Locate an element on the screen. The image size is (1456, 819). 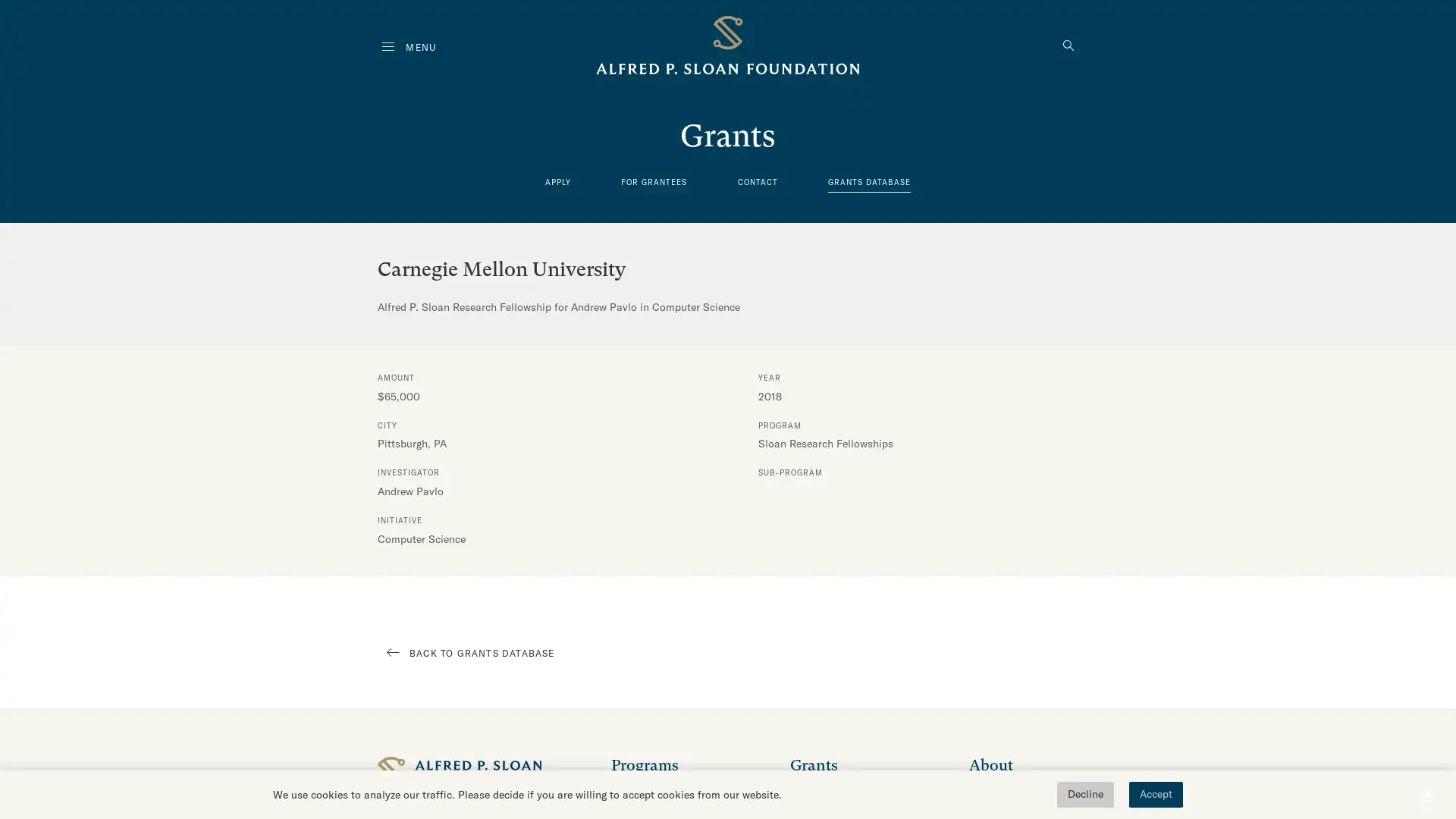
Click to search the website is located at coordinates (1068, 46).